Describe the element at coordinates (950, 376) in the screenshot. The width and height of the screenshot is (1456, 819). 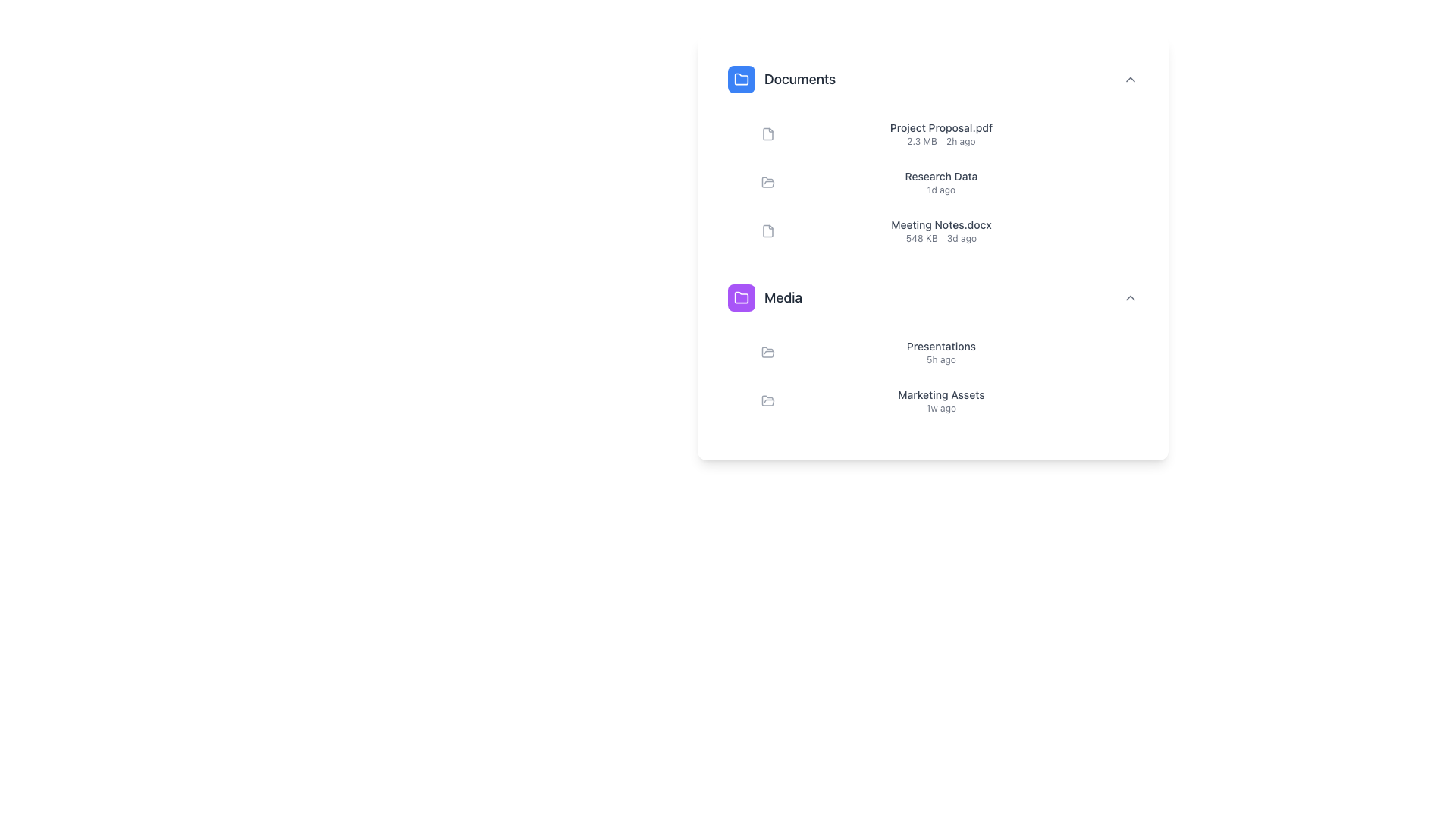
I see `the second entry in the 'Media' section of the list, which is located between 'Presentations' and 'Marketing Assets'` at that location.